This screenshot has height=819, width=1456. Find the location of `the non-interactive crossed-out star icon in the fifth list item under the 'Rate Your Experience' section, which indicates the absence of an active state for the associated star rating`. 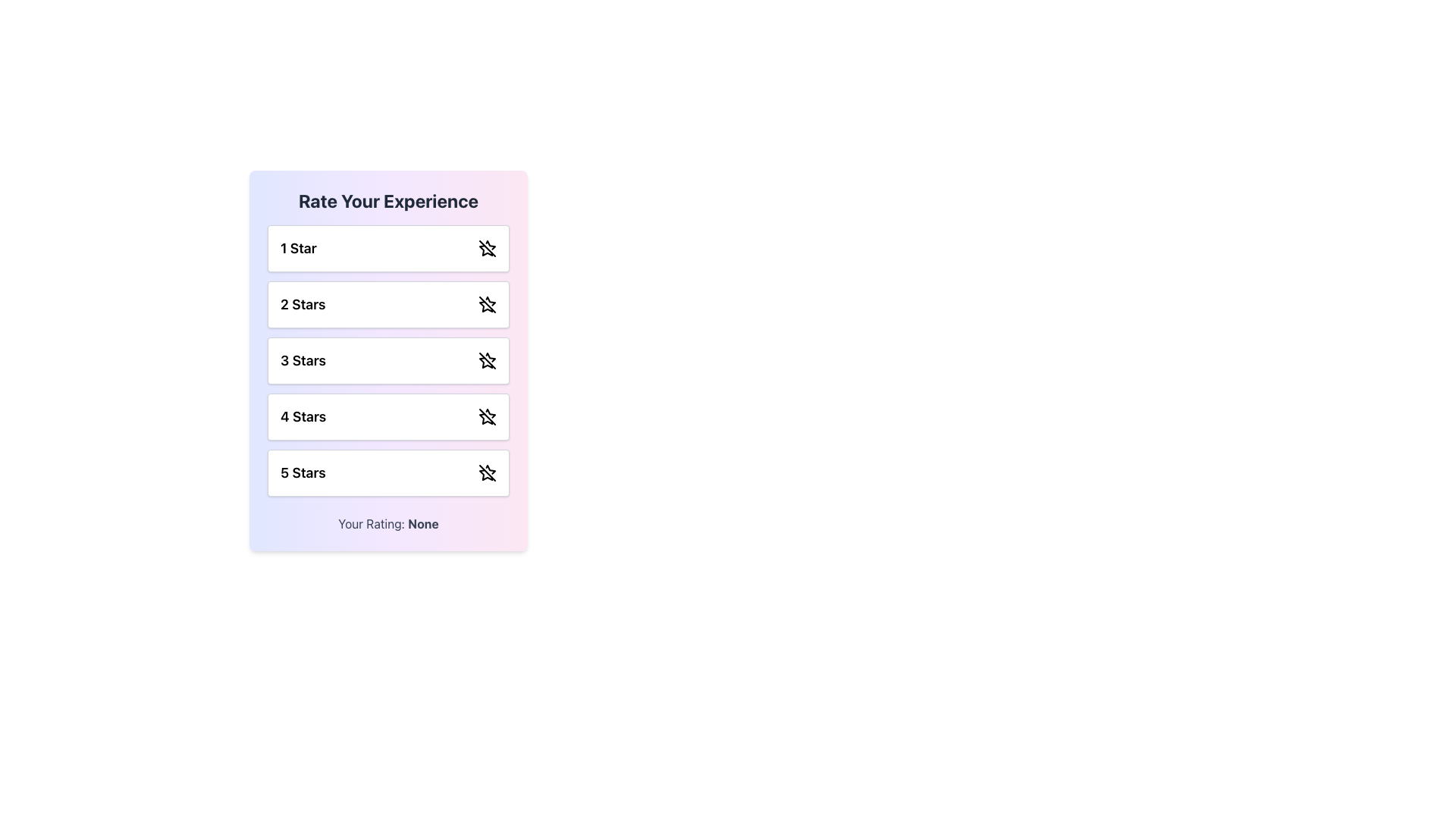

the non-interactive crossed-out star icon in the fifth list item under the 'Rate Your Experience' section, which indicates the absence of an active state for the associated star rating is located at coordinates (486, 474).